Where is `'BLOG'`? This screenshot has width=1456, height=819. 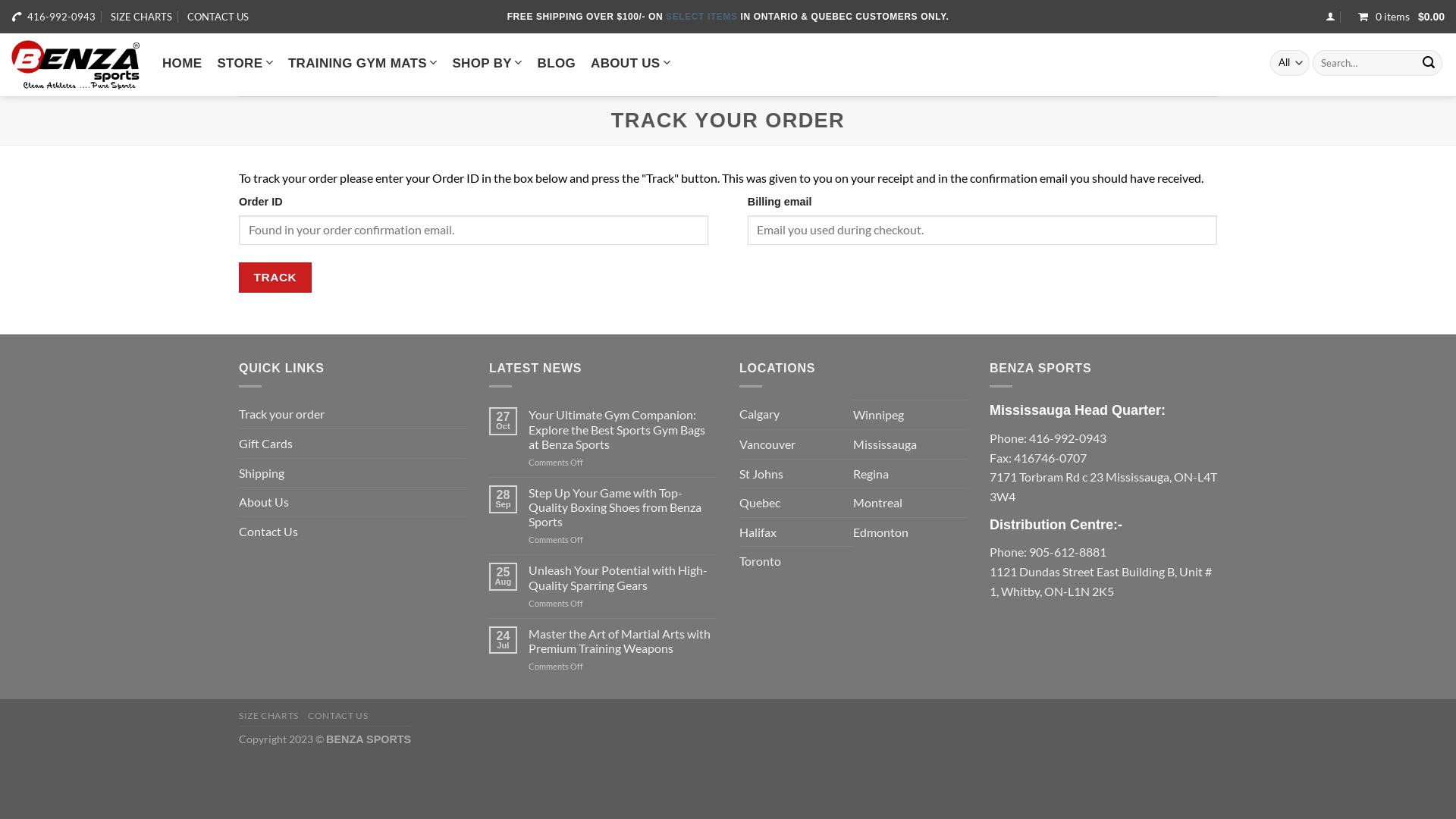
'BLOG' is located at coordinates (538, 62).